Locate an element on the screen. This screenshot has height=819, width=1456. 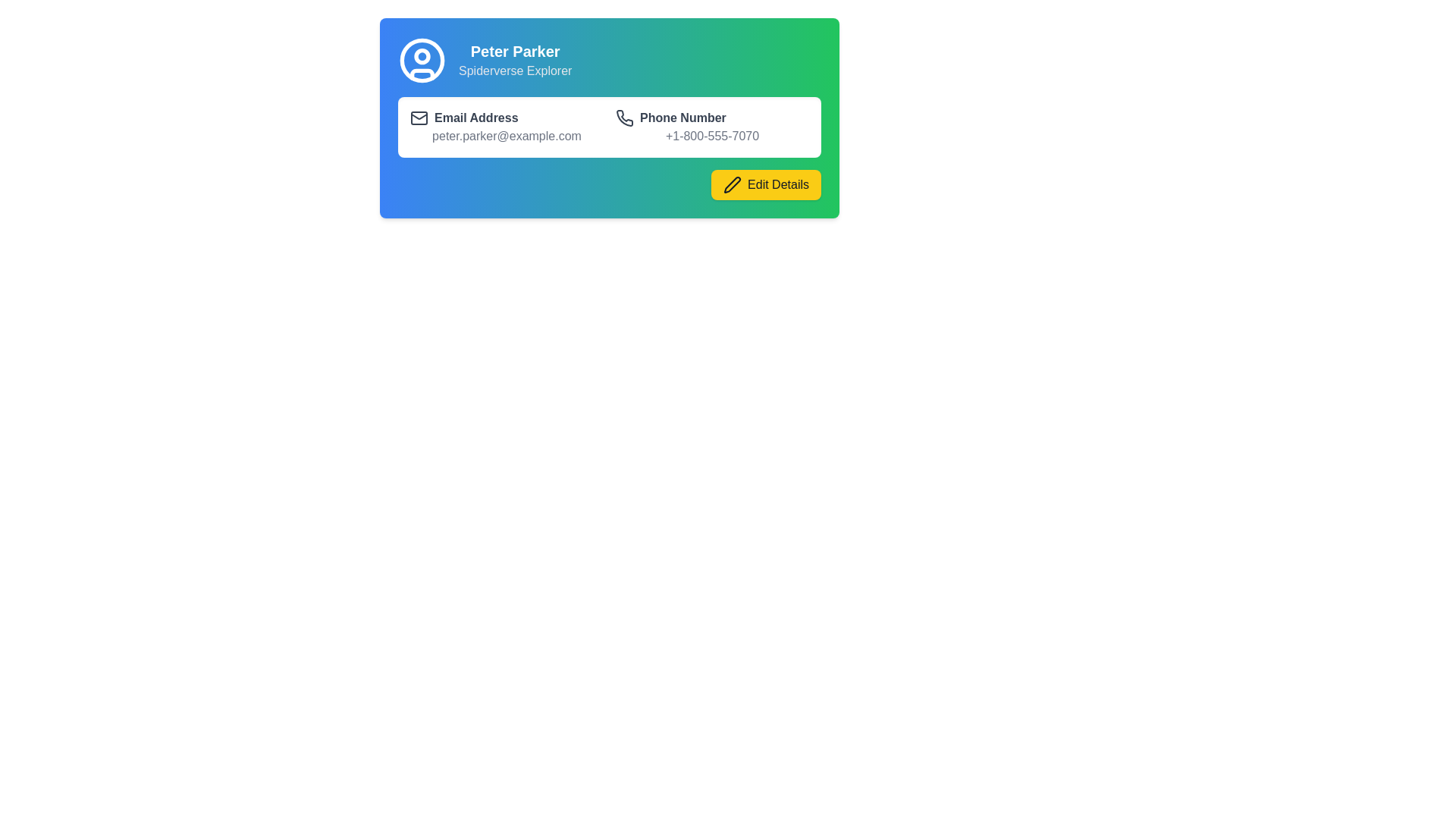
the Text Display element that shows contact information, specifically the phone number, located in the right column adjacent to the Email Address section is located at coordinates (711, 127).